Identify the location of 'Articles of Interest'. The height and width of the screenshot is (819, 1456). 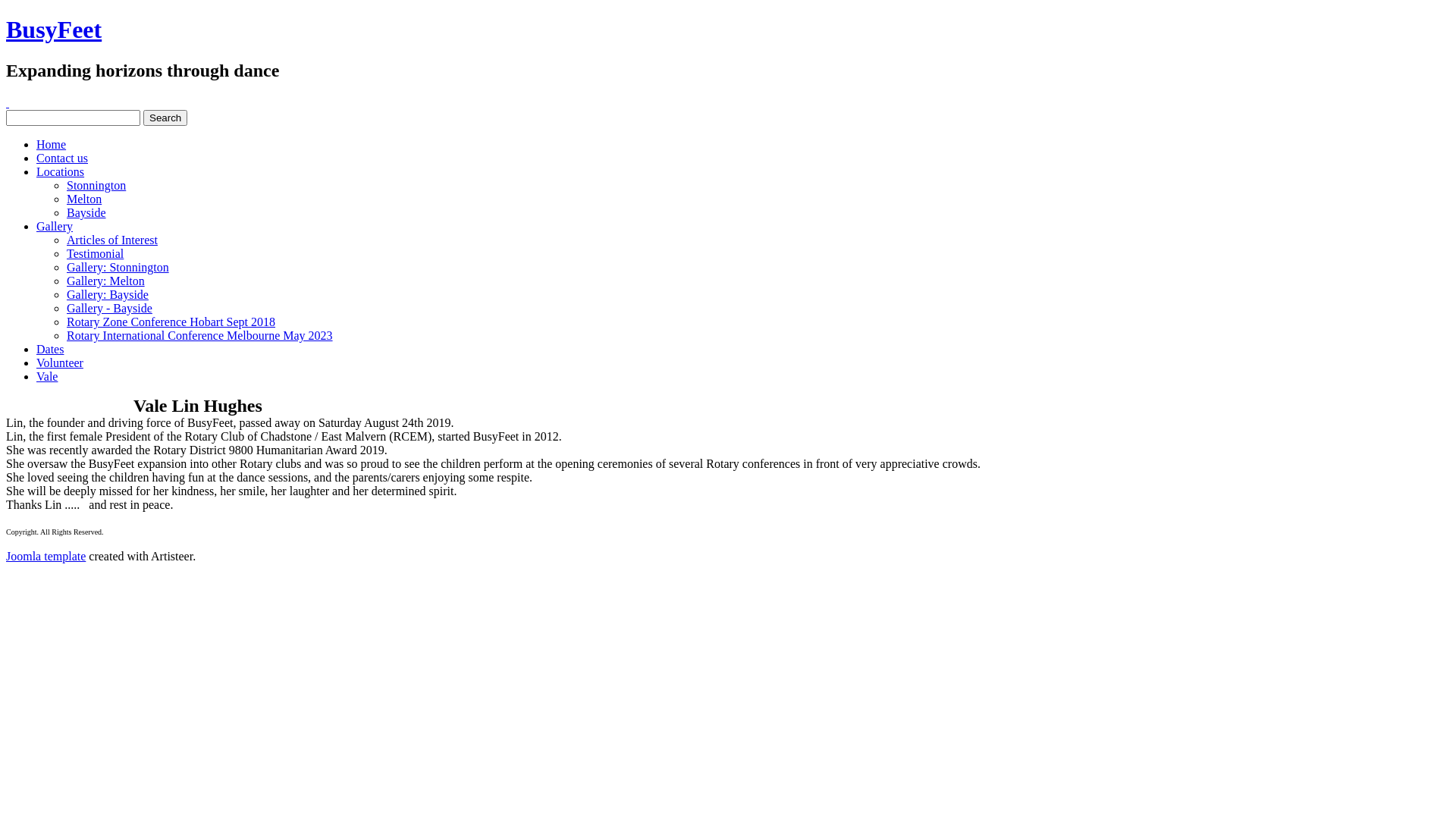
(111, 239).